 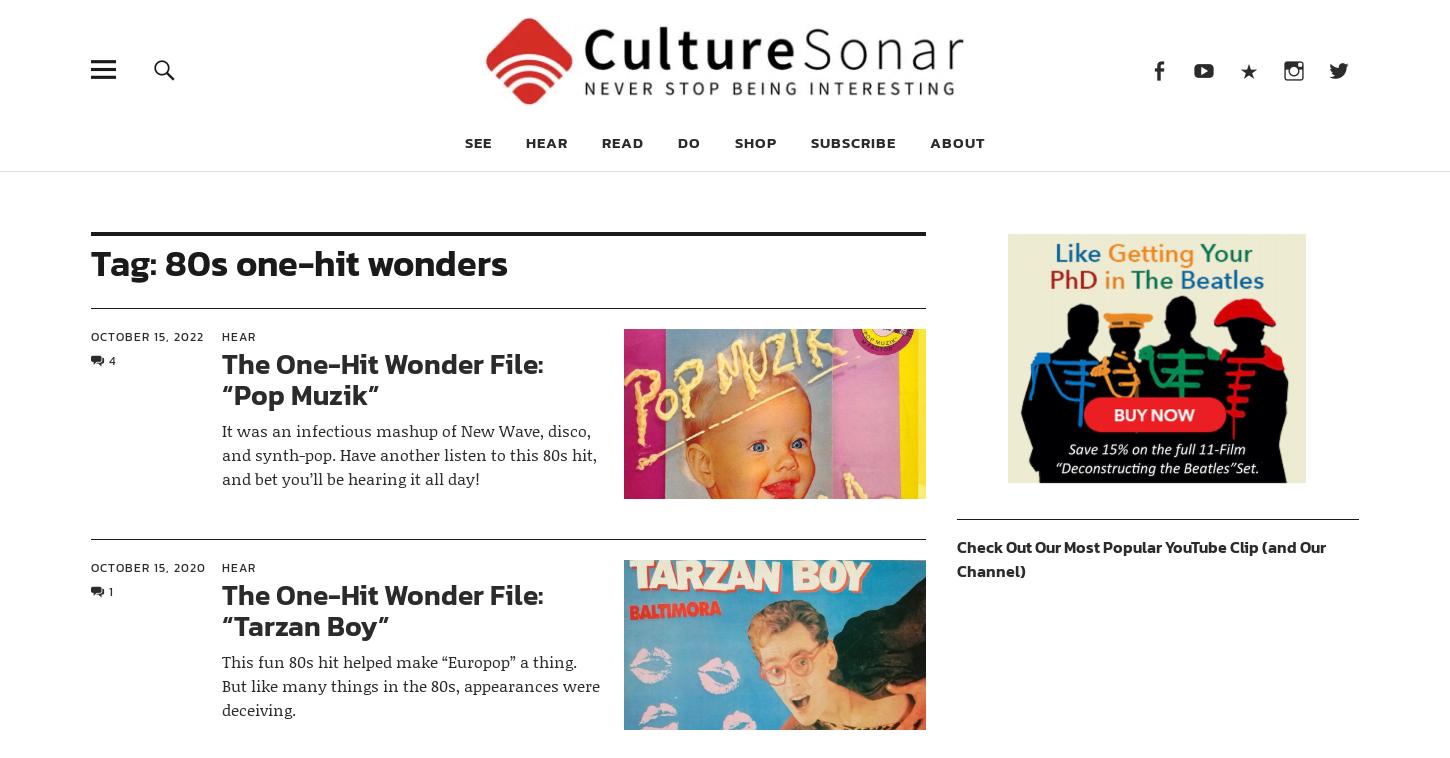 I want to click on 'October 15, 2020', so click(x=146, y=565).